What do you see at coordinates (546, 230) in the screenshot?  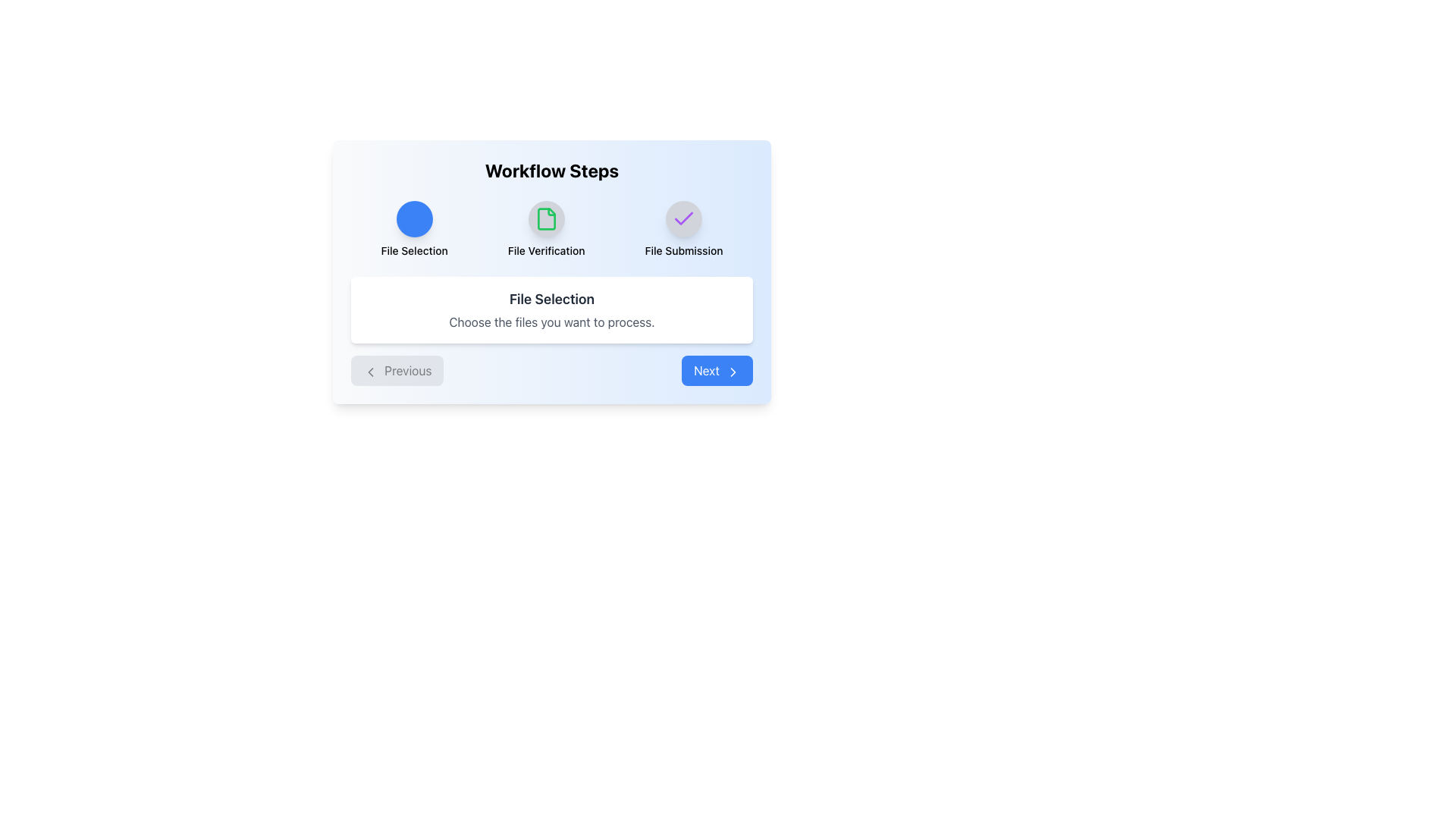 I see `the 'File Verification' step icon in the workflow steps` at bounding box center [546, 230].